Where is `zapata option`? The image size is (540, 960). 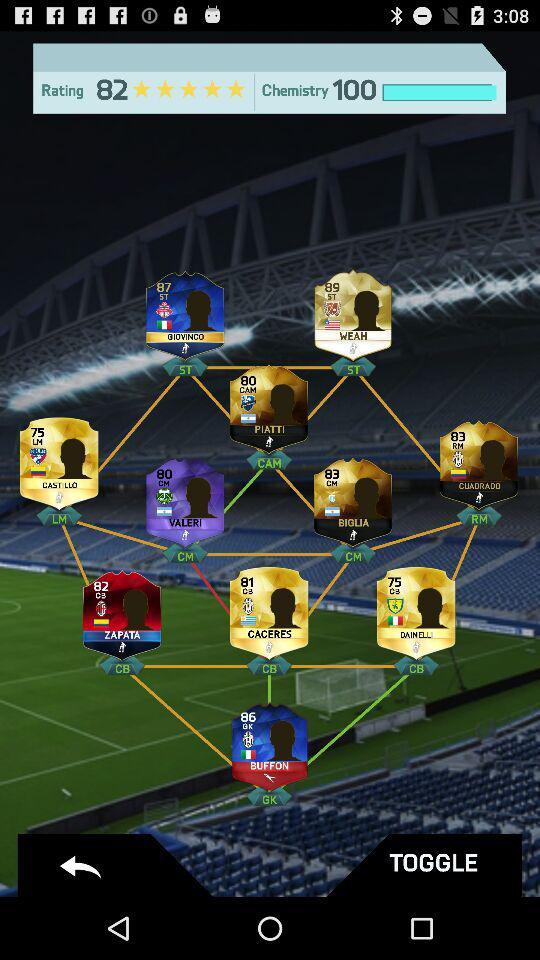 zapata option is located at coordinates (122, 608).